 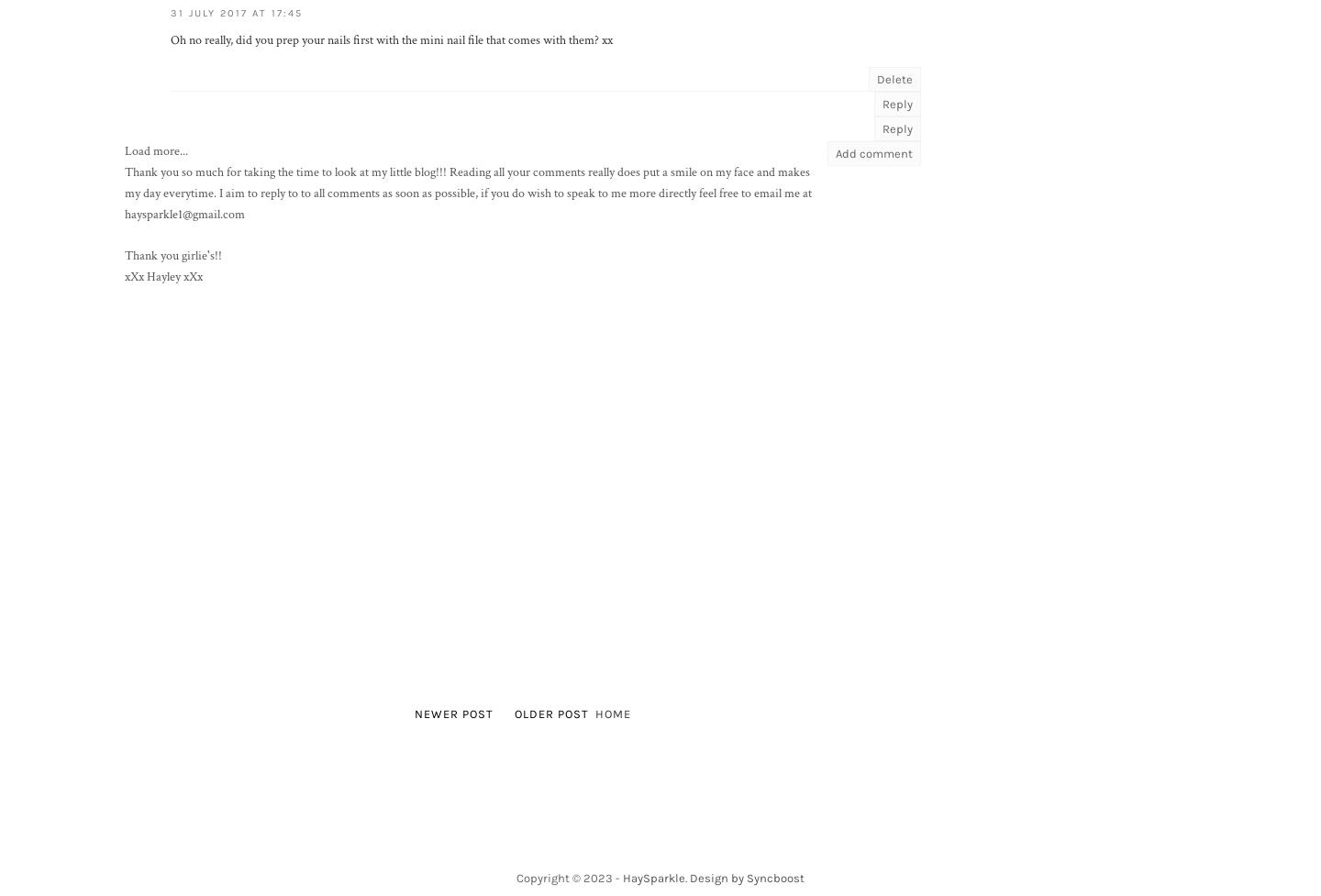 I want to click on 'Newer Post', so click(x=453, y=713).